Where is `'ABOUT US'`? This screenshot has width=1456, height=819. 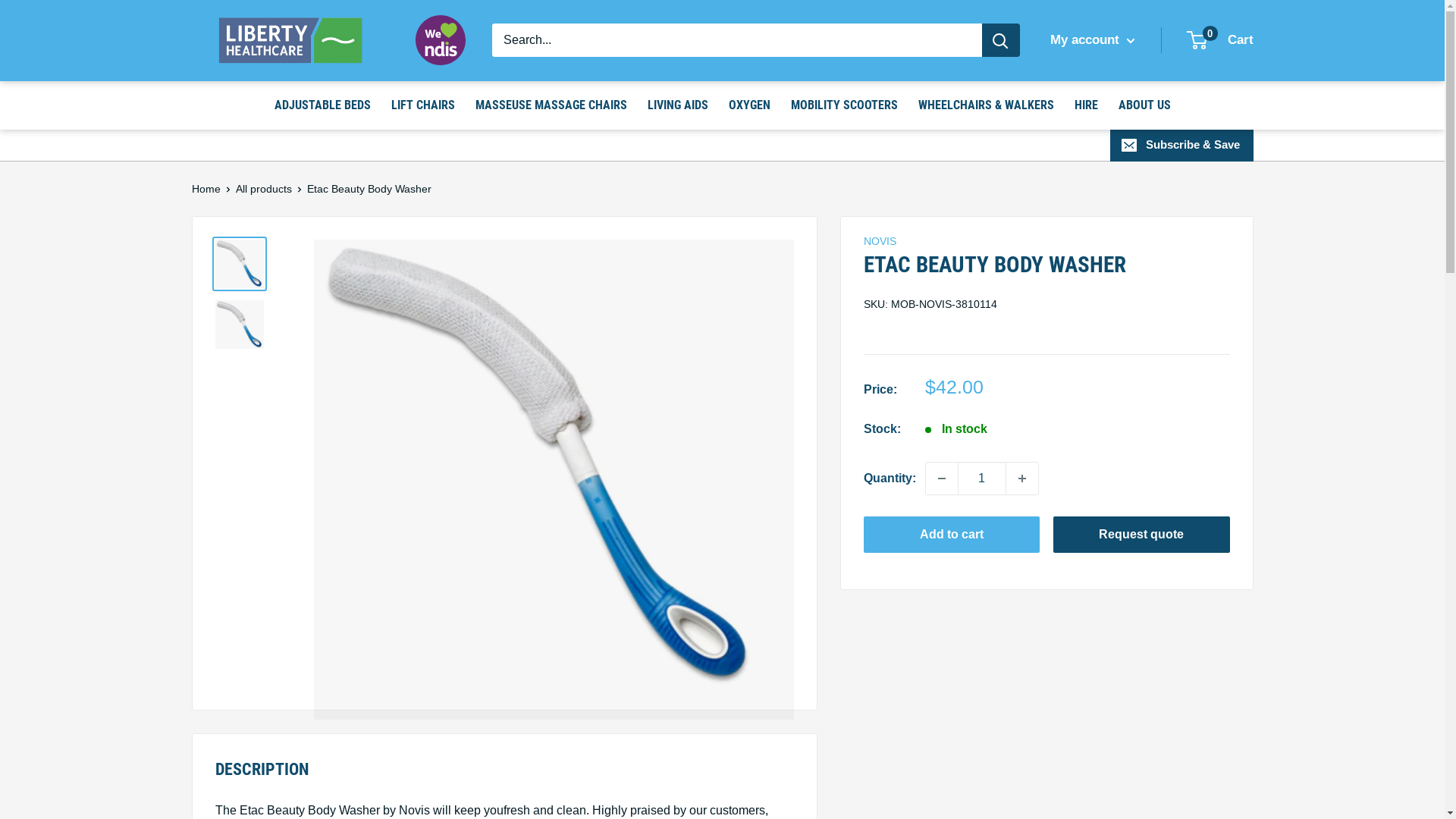 'ABOUT US' is located at coordinates (1144, 104).